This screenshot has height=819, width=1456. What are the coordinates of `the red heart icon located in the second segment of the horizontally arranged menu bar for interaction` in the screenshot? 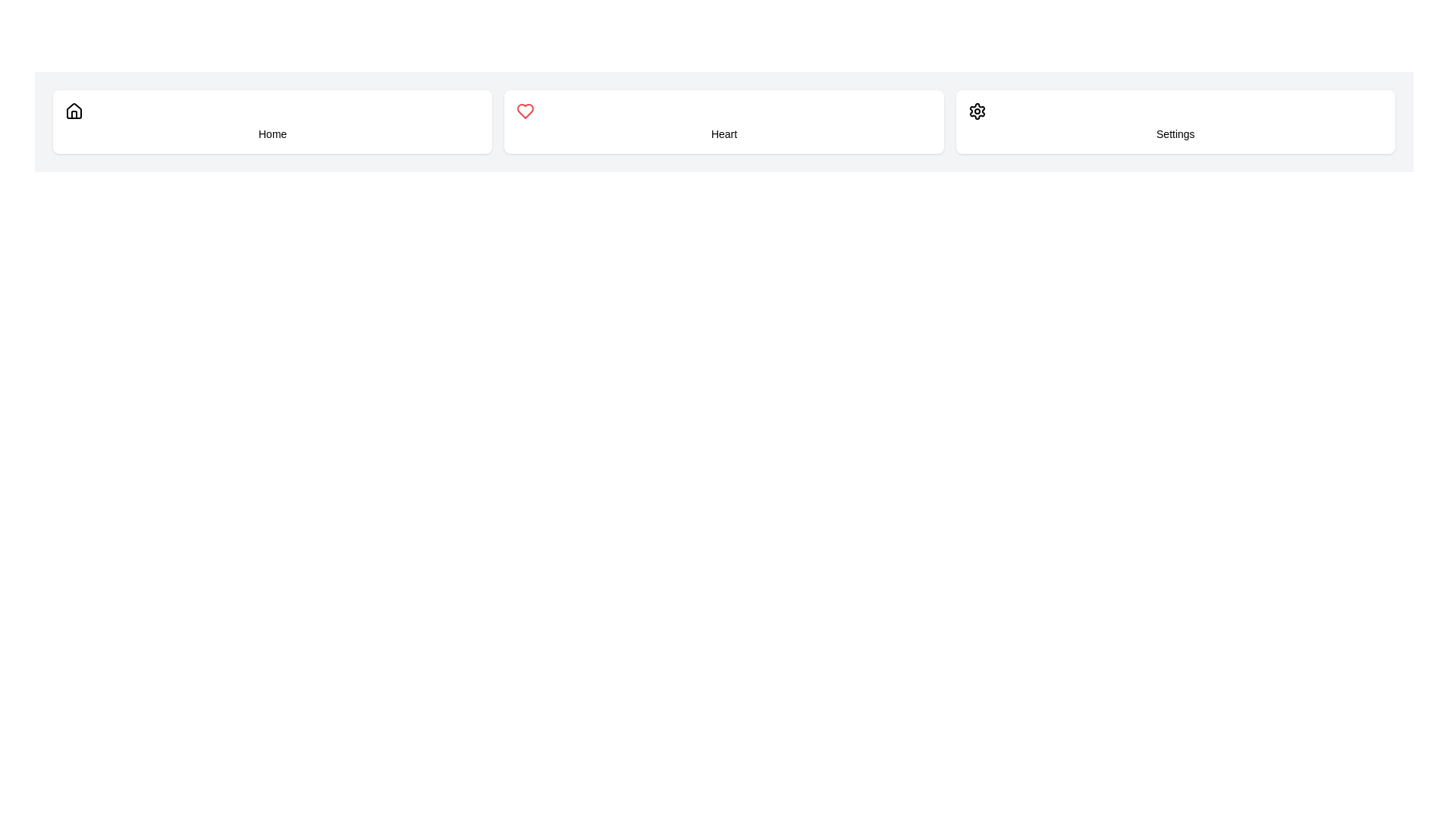 It's located at (526, 110).